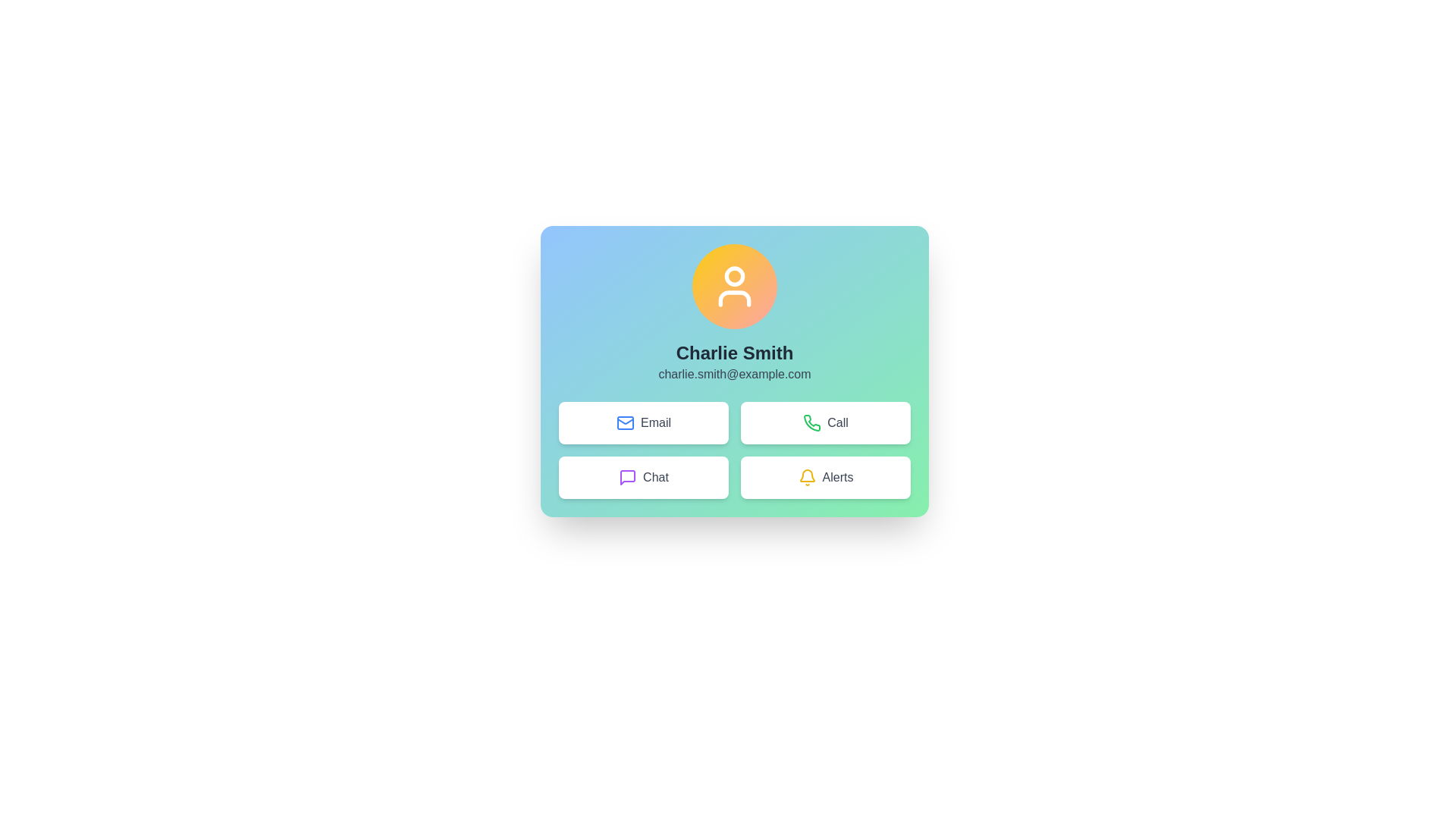 This screenshot has height=819, width=1456. What do you see at coordinates (644, 423) in the screenshot?
I see `the 'Email' button, which is a rectangular button with rounded corners, a white background, a blue envelope icon on the left, and dark gray text that reads 'Email'` at bounding box center [644, 423].